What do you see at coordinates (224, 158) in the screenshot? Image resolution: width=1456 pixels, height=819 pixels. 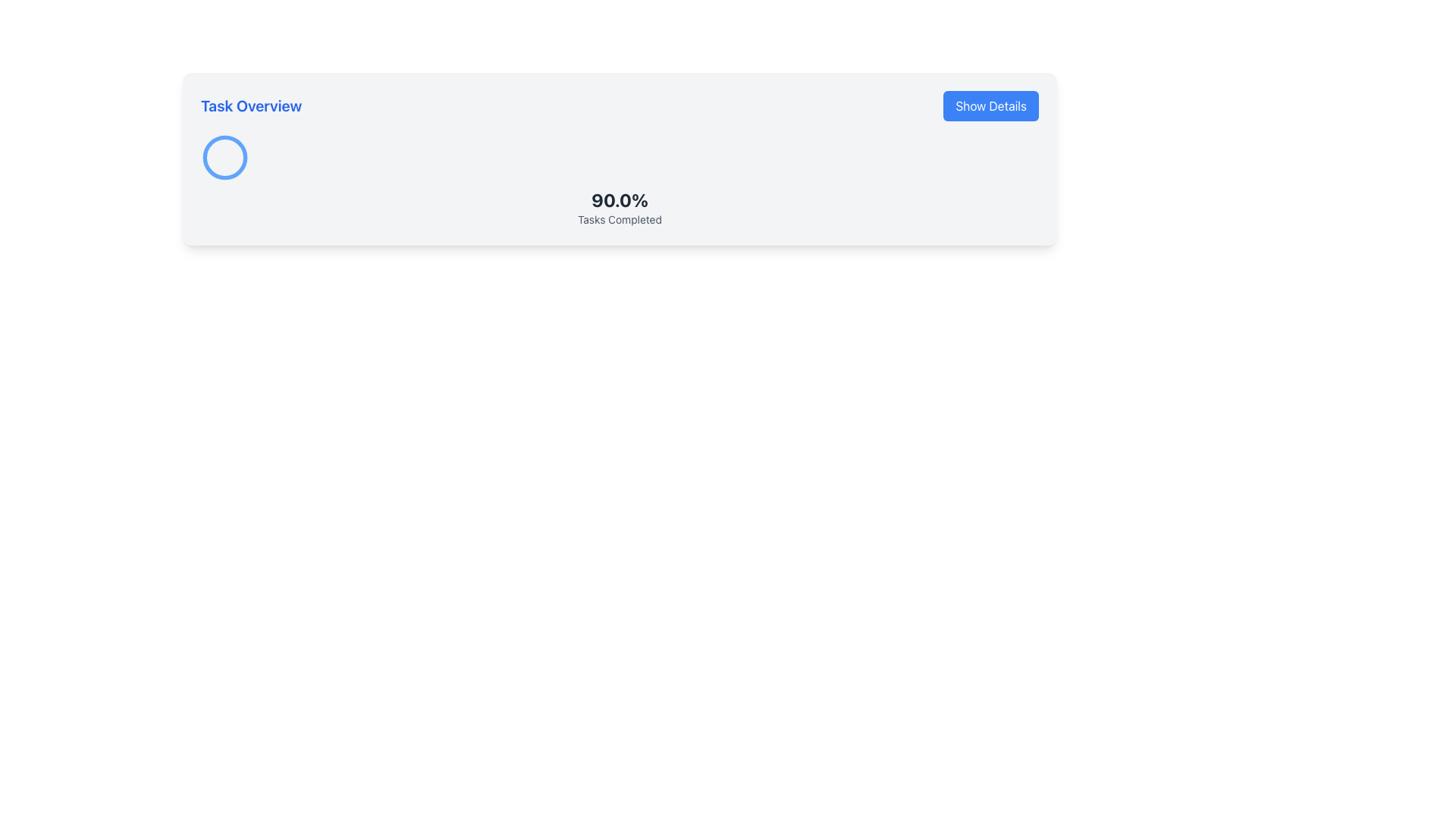 I see `the circular graphical component with a blue border and white fill located in the left section of the Task Overview panel` at bounding box center [224, 158].